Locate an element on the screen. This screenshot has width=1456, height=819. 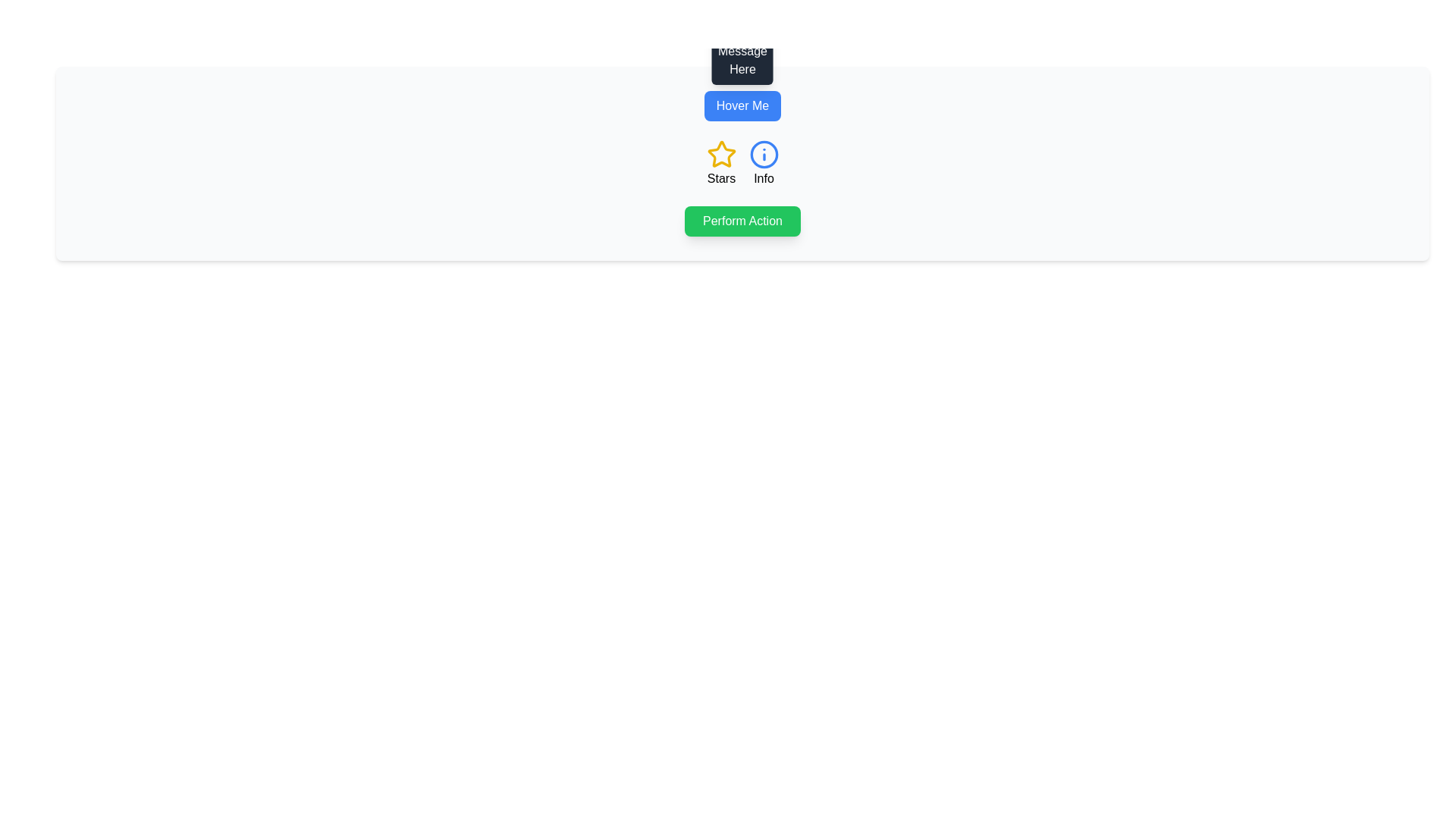
contents of the tooltip displaying 'Tooltip Message Here' which is a dark-gray rectangle positioned directly above the 'Hover Me' button is located at coordinates (742, 51).